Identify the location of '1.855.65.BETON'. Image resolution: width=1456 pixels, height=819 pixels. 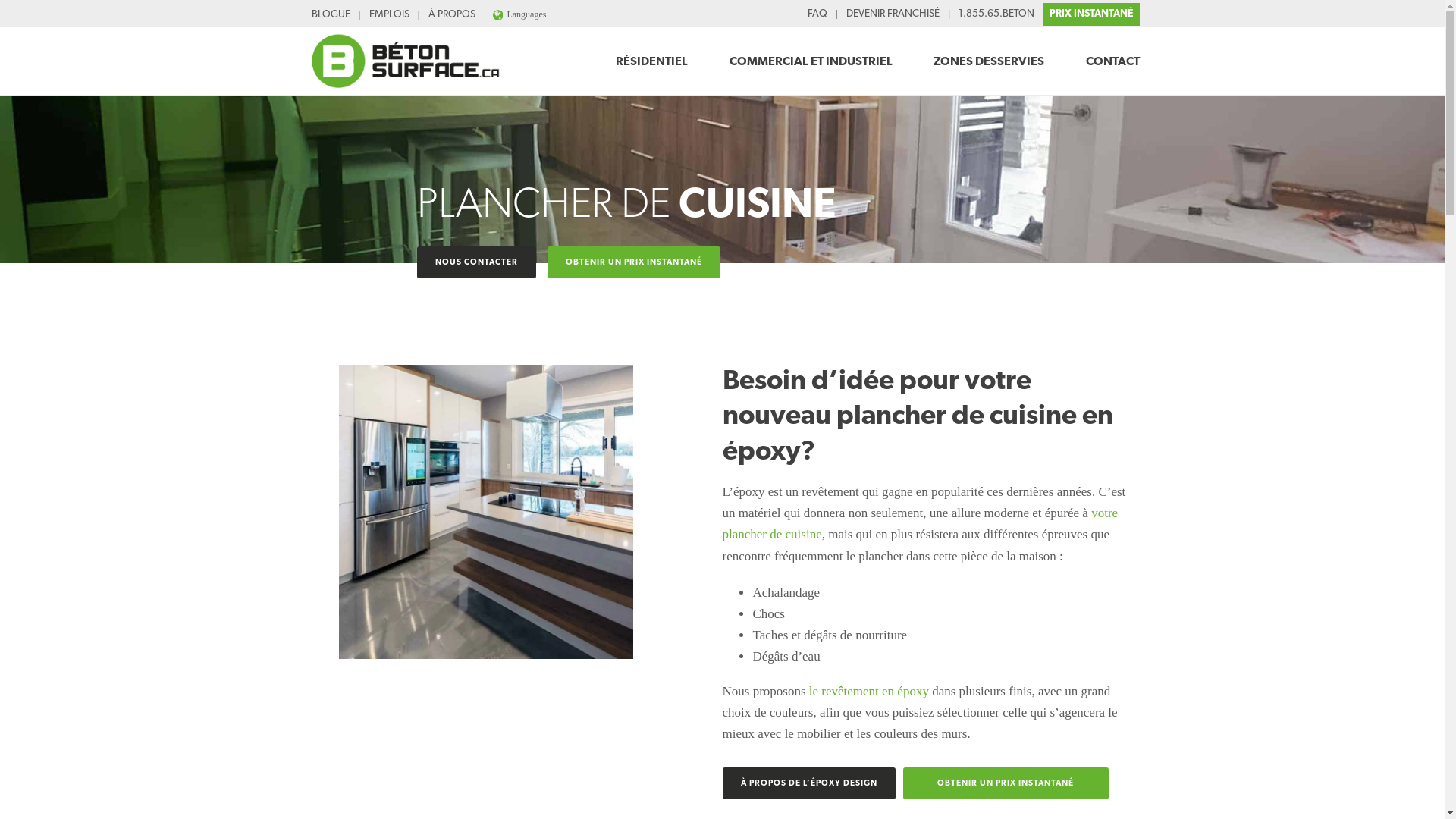
(952, 14).